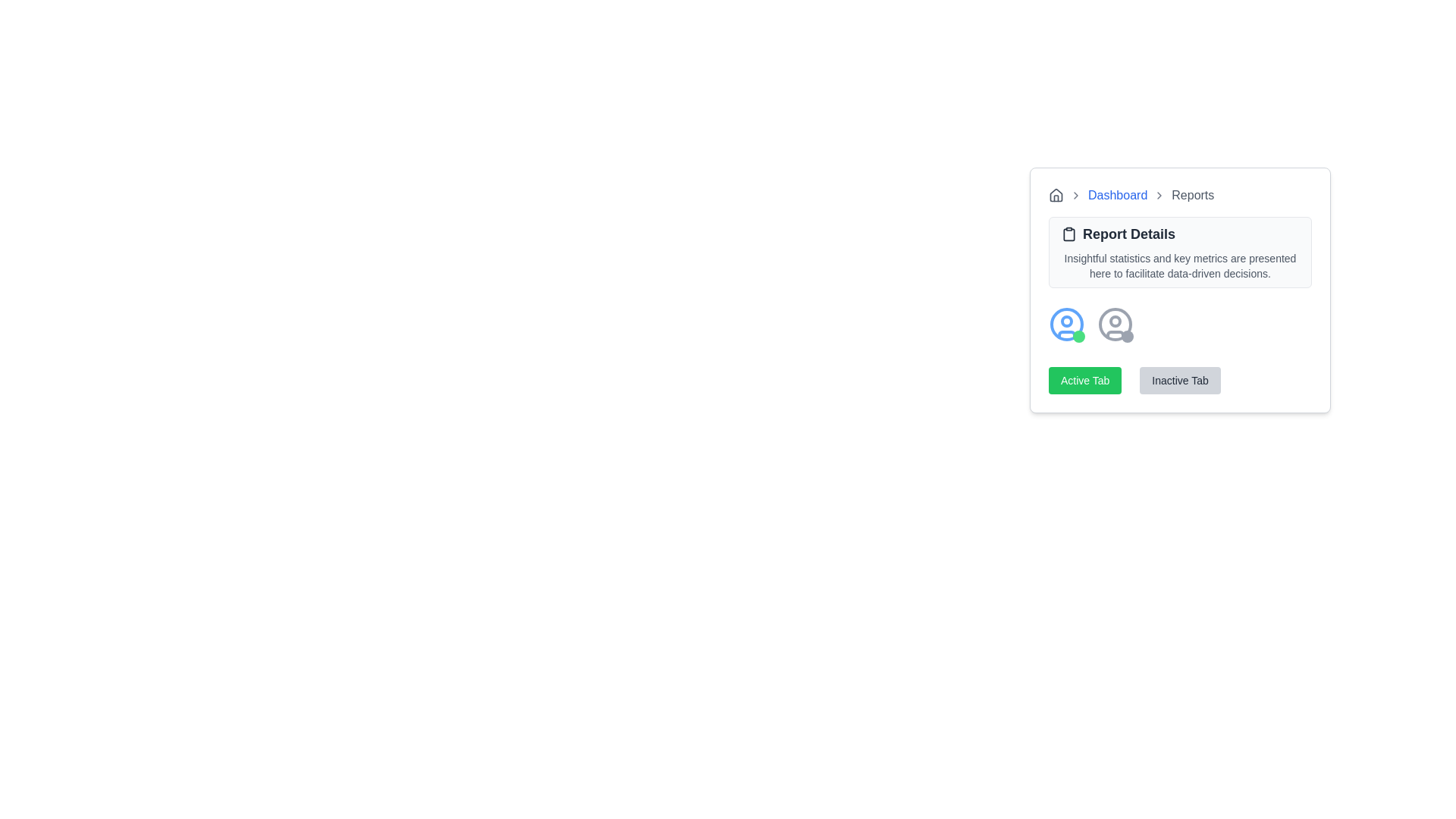  What do you see at coordinates (1159, 195) in the screenshot?
I see `the breadcrumb navigation separator icon, which is a small chevron icon styled with a gray stroke, positioned between 'Dashboard' and 'Reports'` at bounding box center [1159, 195].